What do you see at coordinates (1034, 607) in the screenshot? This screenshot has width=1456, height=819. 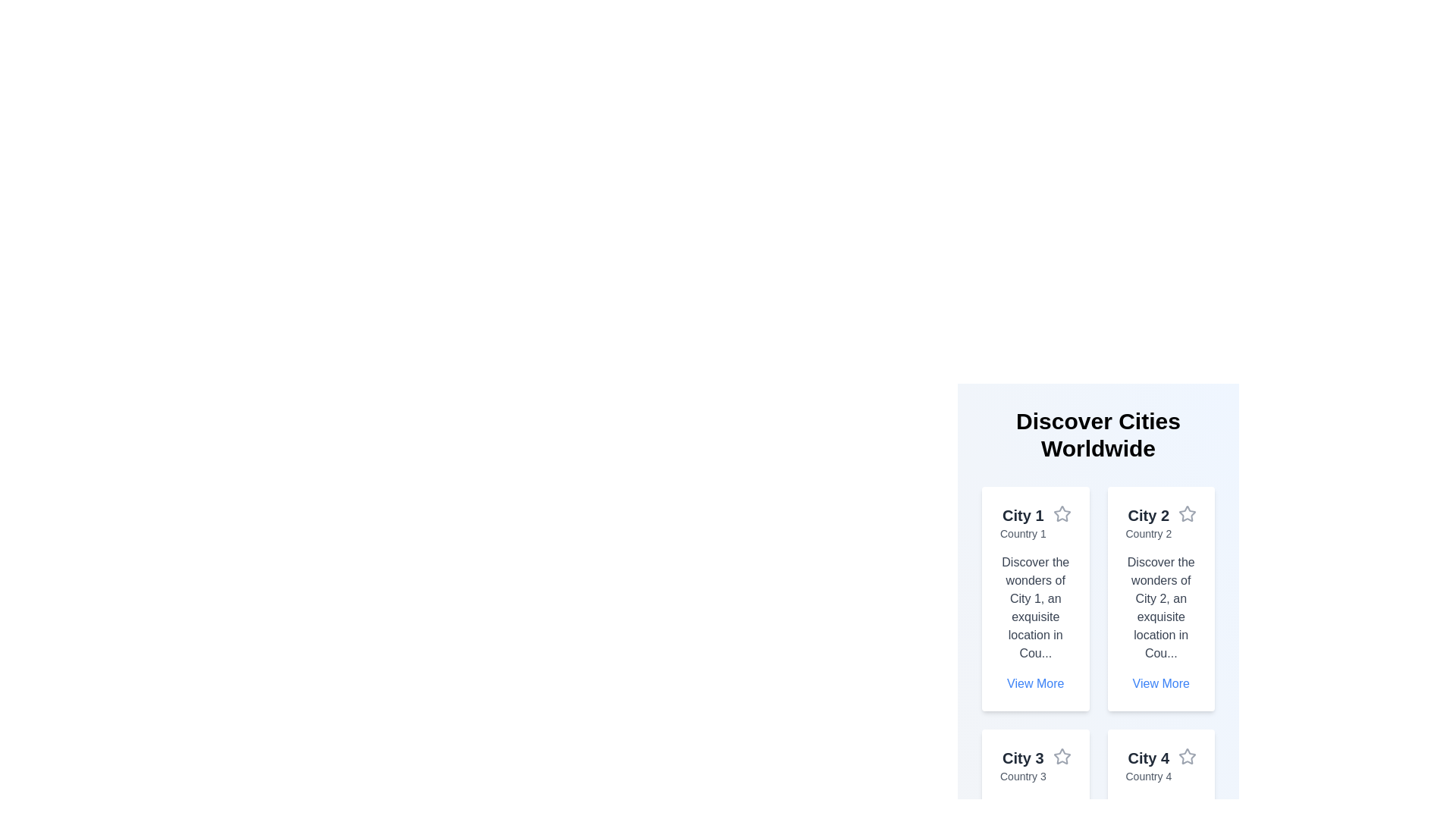 I see `the descriptive text element located under the title 'City 1' and above the button labeled 'View More'` at bounding box center [1034, 607].